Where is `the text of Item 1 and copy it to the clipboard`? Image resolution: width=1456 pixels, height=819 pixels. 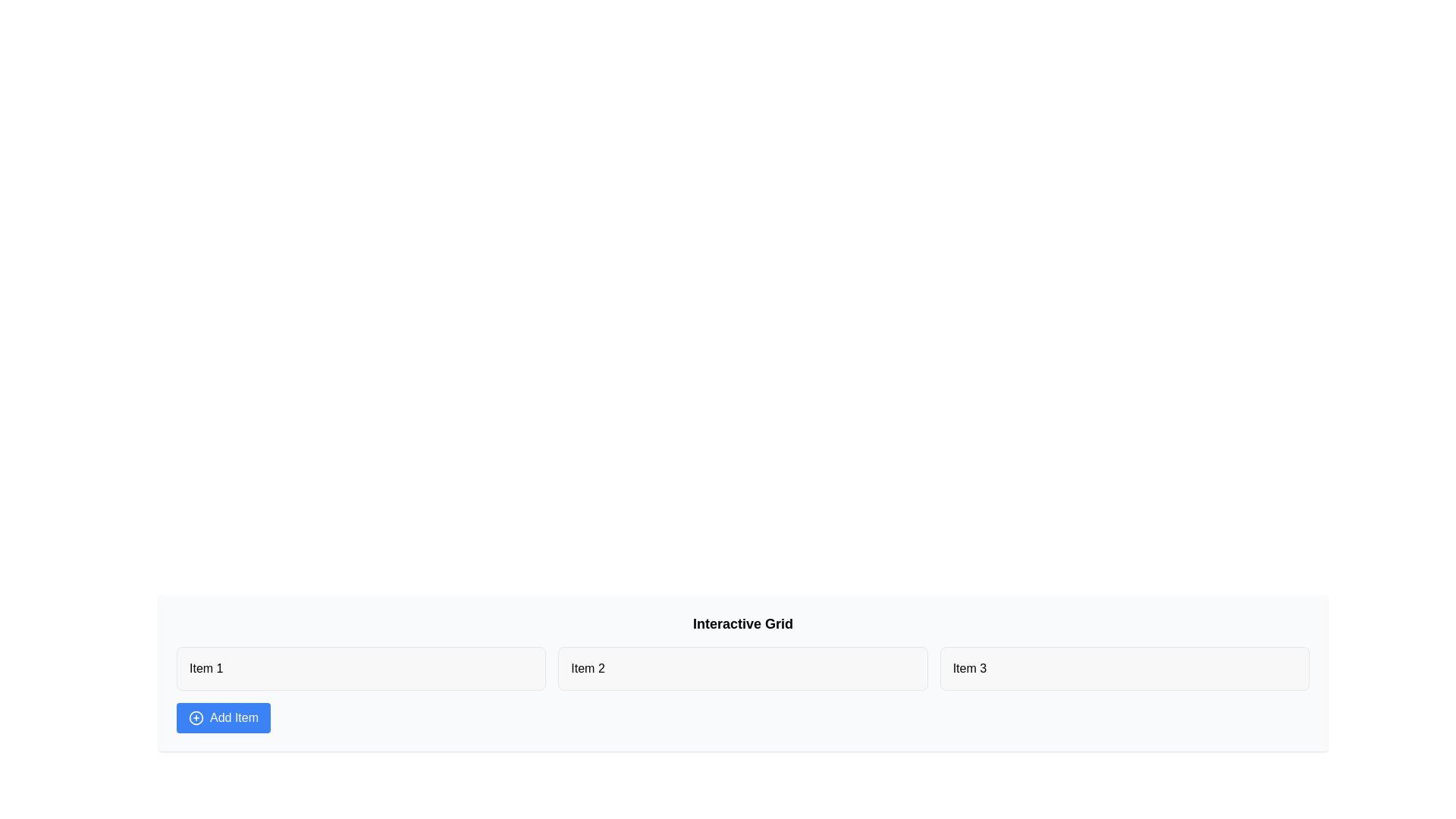
the text of Item 1 and copy it to the clipboard is located at coordinates (360, 668).